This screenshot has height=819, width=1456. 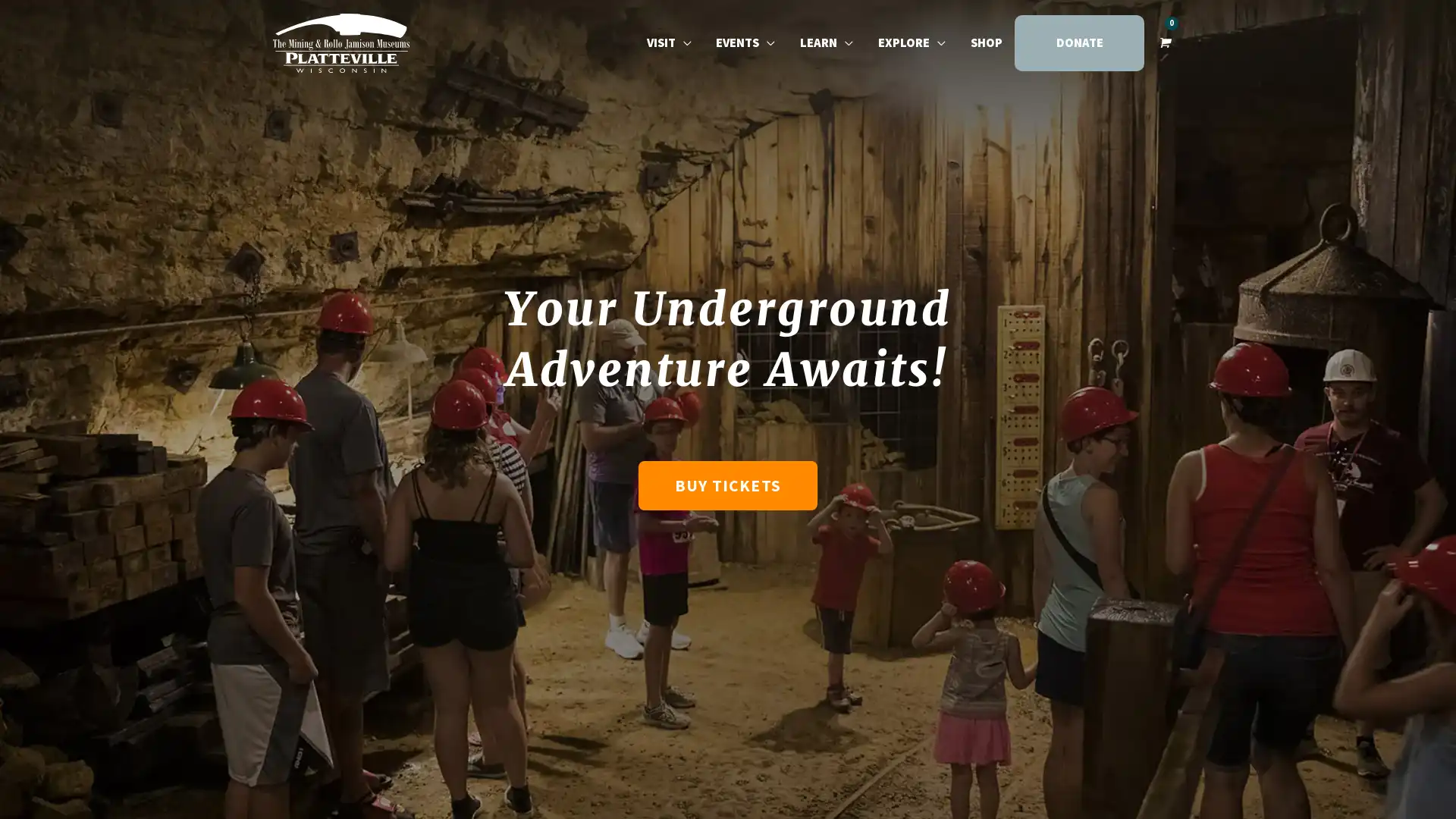 What do you see at coordinates (726, 485) in the screenshot?
I see `Buy Tickets` at bounding box center [726, 485].